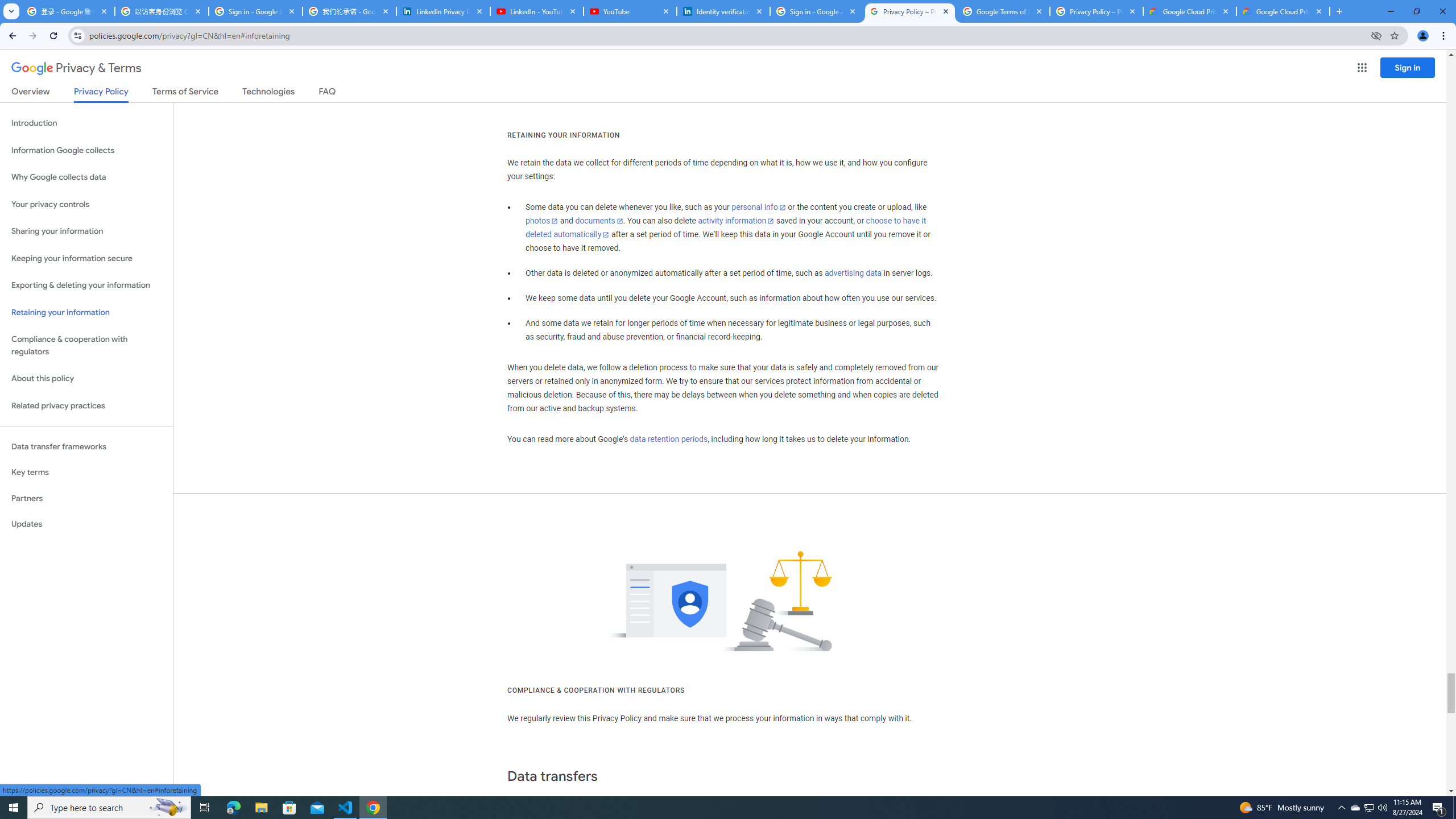 The image size is (1456, 819). What do you see at coordinates (725, 228) in the screenshot?
I see `'choose to have it deleted automatically'` at bounding box center [725, 228].